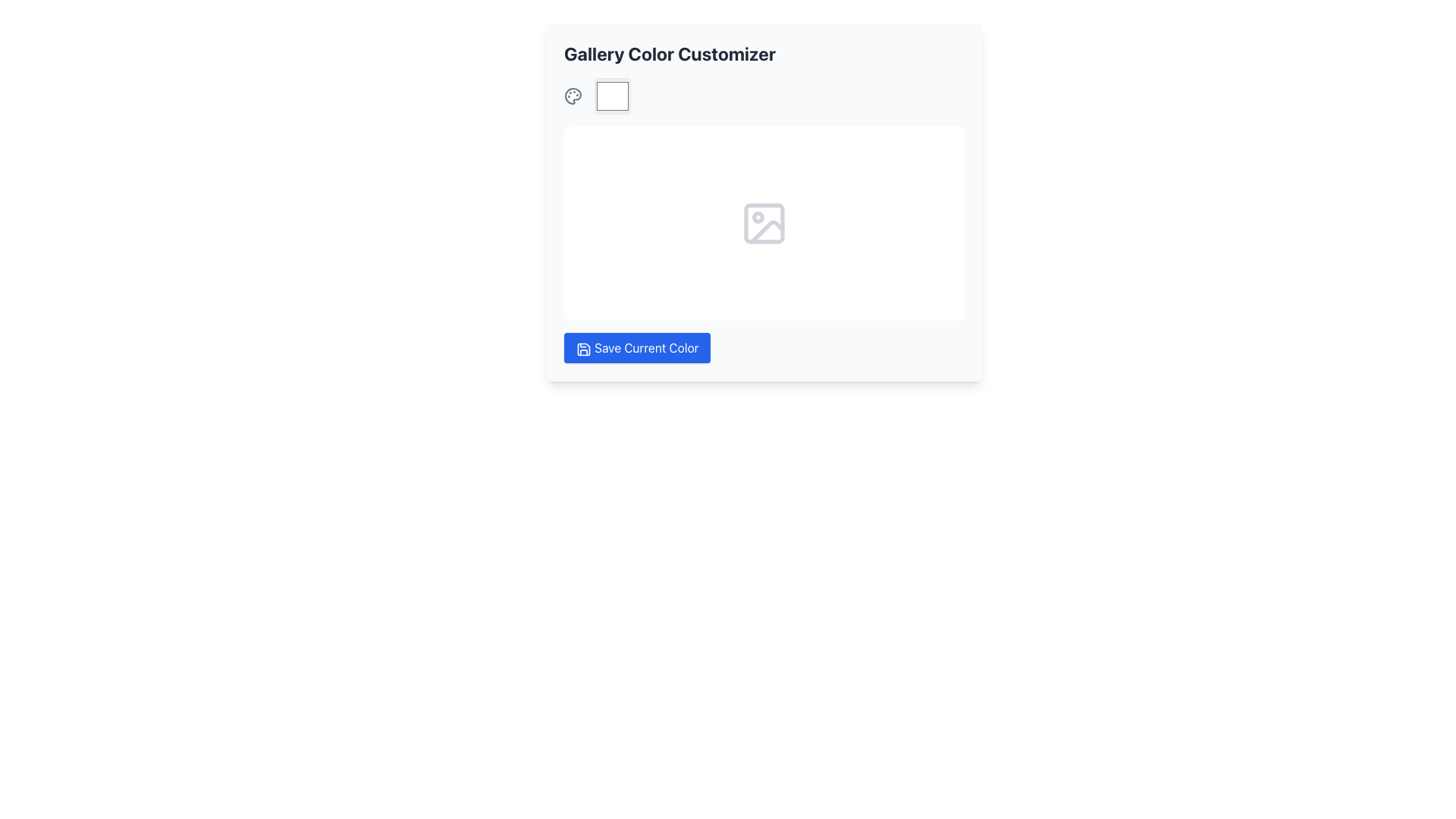  What do you see at coordinates (637, 348) in the screenshot?
I see `the save button located at the bottom of the 'Gallery Color Customizer' card` at bounding box center [637, 348].